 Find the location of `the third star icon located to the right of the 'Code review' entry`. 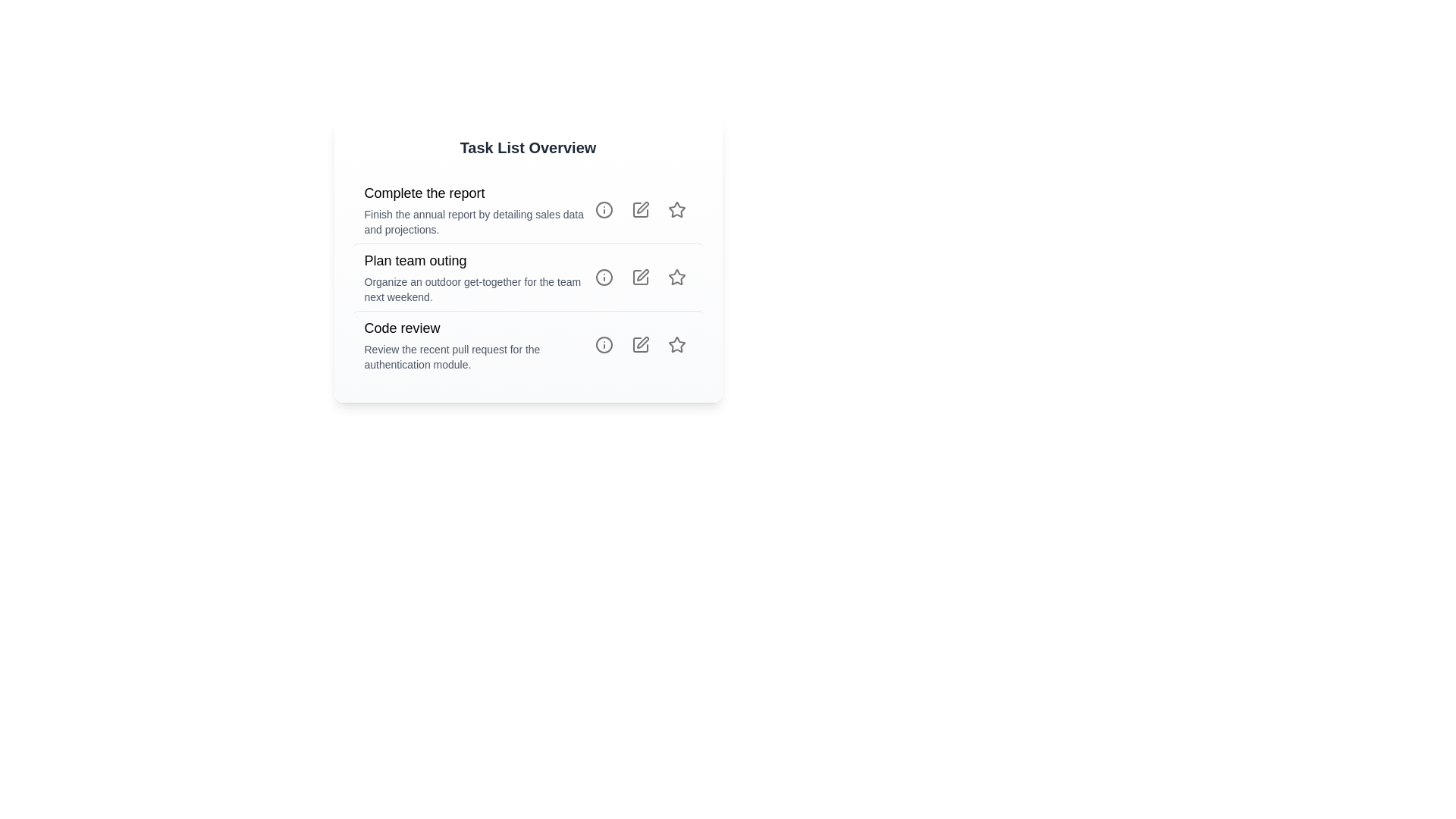

the third star icon located to the right of the 'Code review' entry is located at coordinates (676, 344).